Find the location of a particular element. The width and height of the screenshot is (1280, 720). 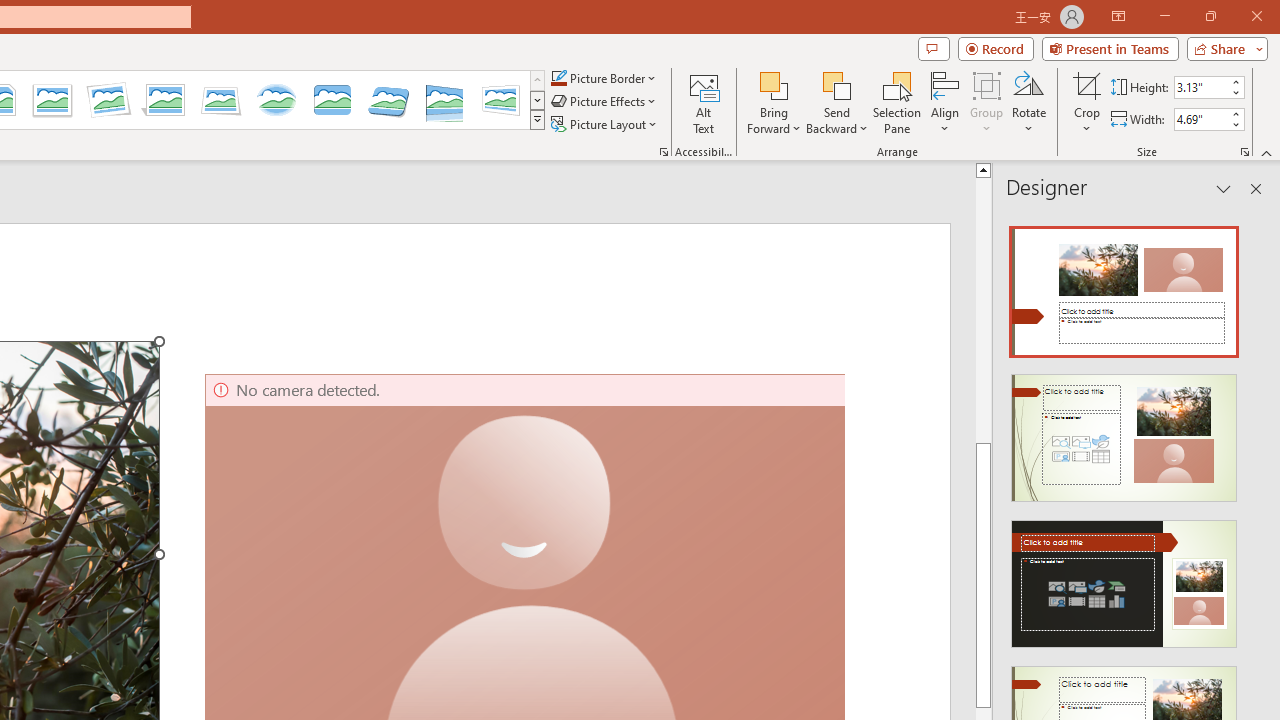

'Perspective Shadow, White' is located at coordinates (165, 100).